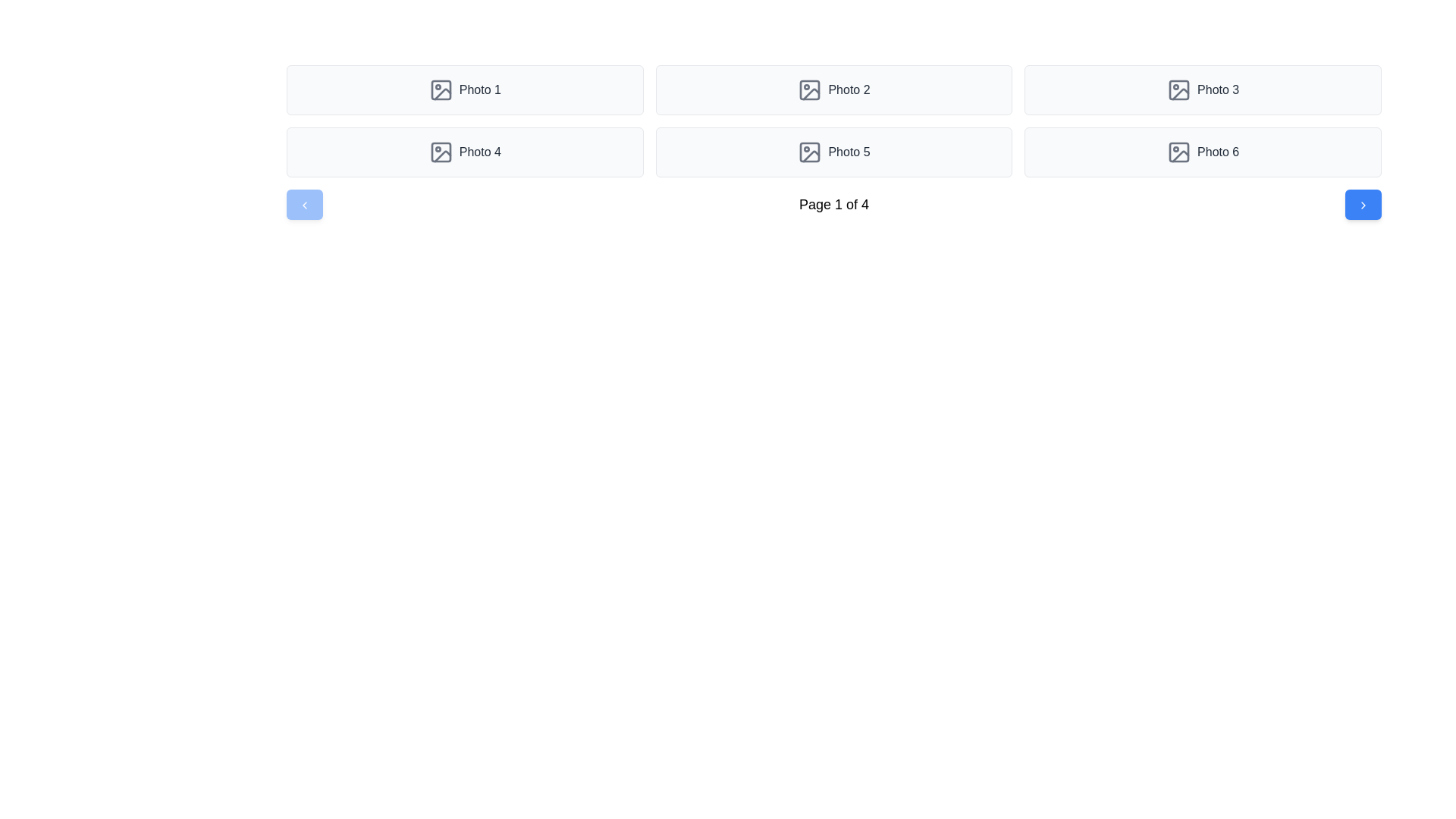  What do you see at coordinates (833, 205) in the screenshot?
I see `static text element that displays 'Page 1 of 4' located centrally within the pagination control at the bottom of the photo grid` at bounding box center [833, 205].